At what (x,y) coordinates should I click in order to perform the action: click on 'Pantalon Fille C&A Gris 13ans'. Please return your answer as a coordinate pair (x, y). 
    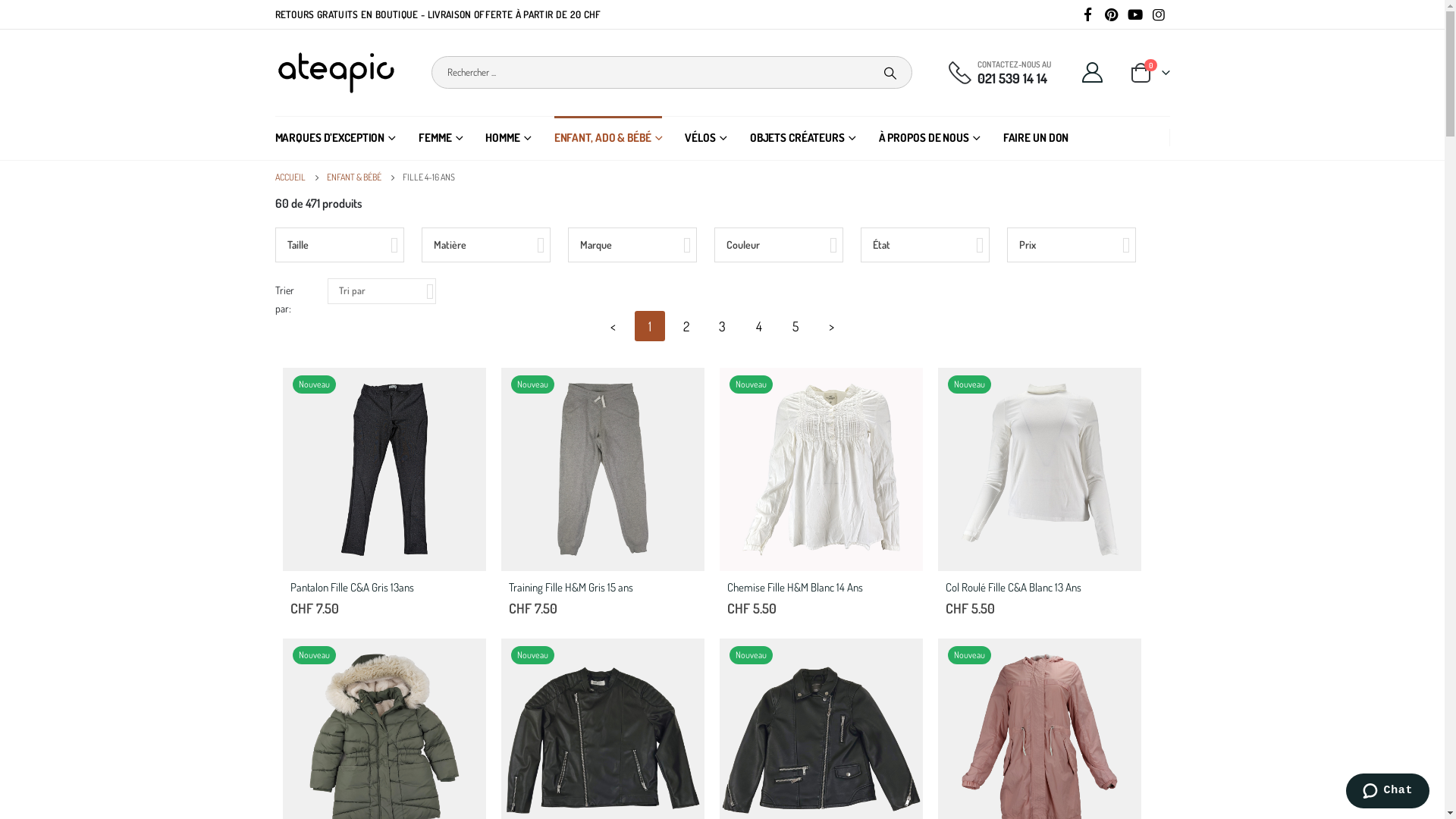
    Looking at the image, I should click on (382, 588).